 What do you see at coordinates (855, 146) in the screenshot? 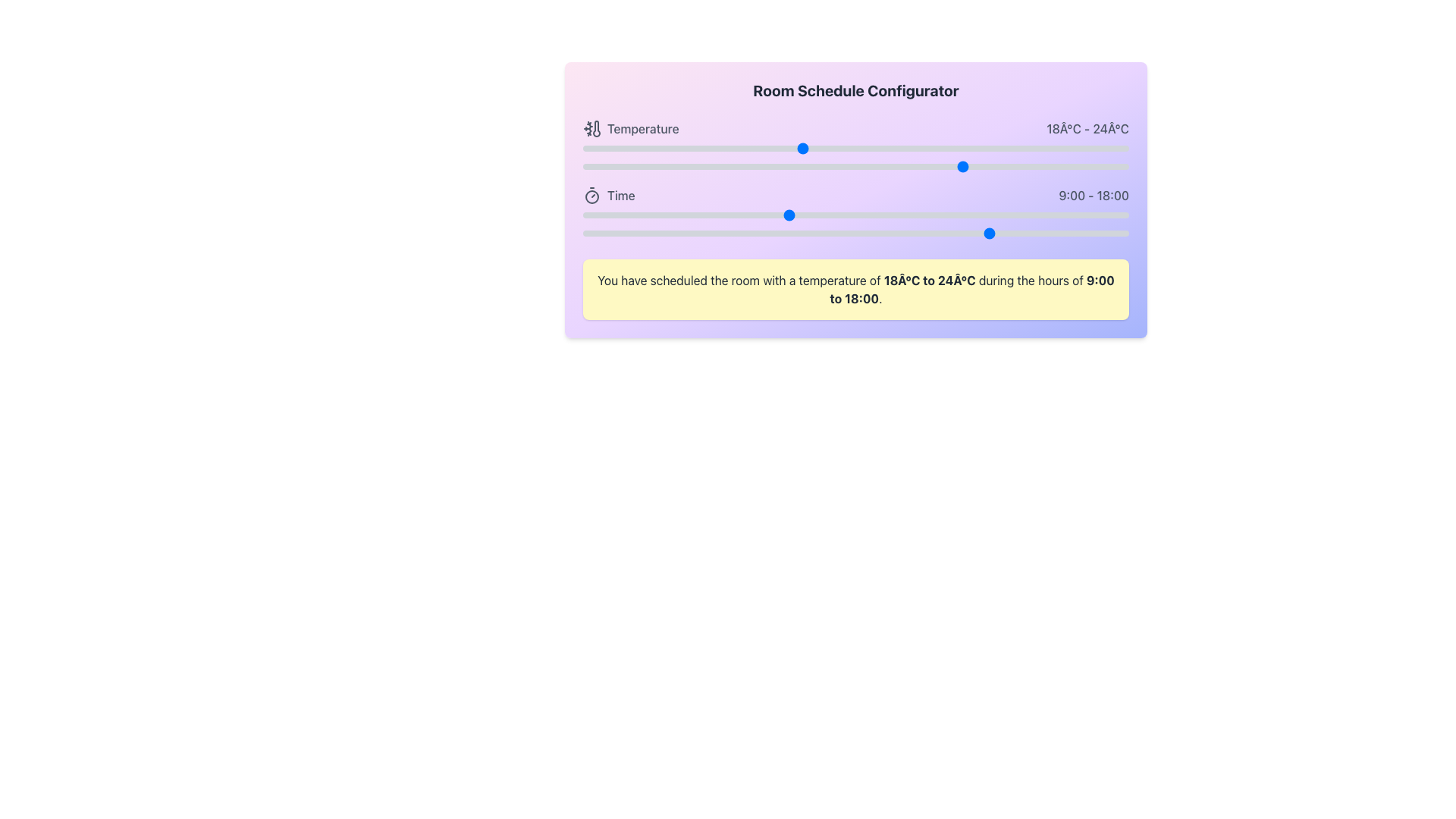
I see `the 'Temperature 18°C - 24°C' label, which is a textual heading in bold font, positioned above the temperature range slider in the 'Room Schedule Configurator'` at bounding box center [855, 146].